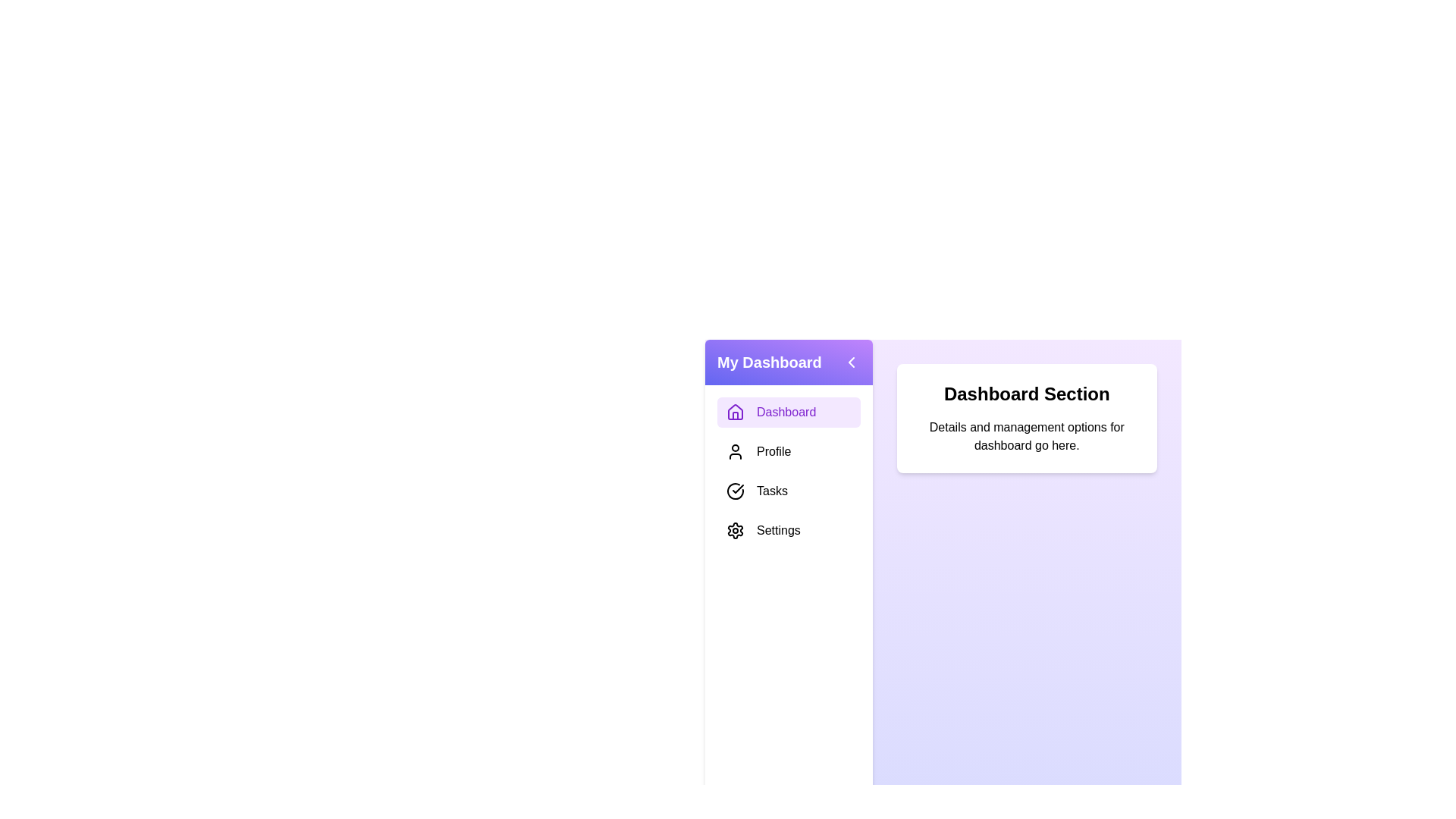  Describe the element at coordinates (735, 529) in the screenshot. I see `the gear-shaped icon in the sidebar navigation menu` at that location.